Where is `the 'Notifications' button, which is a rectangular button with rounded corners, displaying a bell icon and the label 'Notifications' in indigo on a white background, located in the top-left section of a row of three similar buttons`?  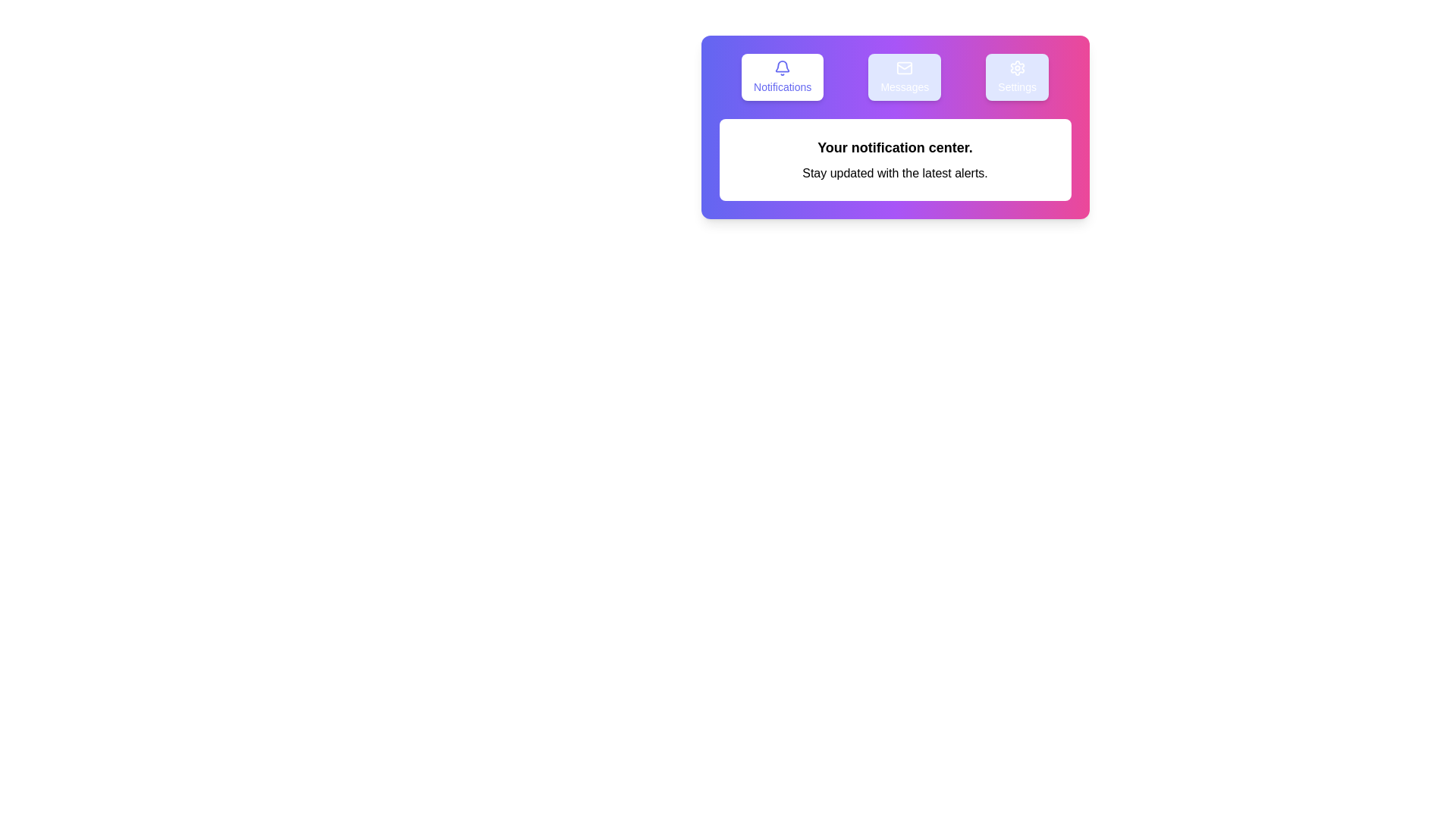
the 'Notifications' button, which is a rectangular button with rounded corners, displaying a bell icon and the label 'Notifications' in indigo on a white background, located in the top-left section of a row of three similar buttons is located at coordinates (783, 77).